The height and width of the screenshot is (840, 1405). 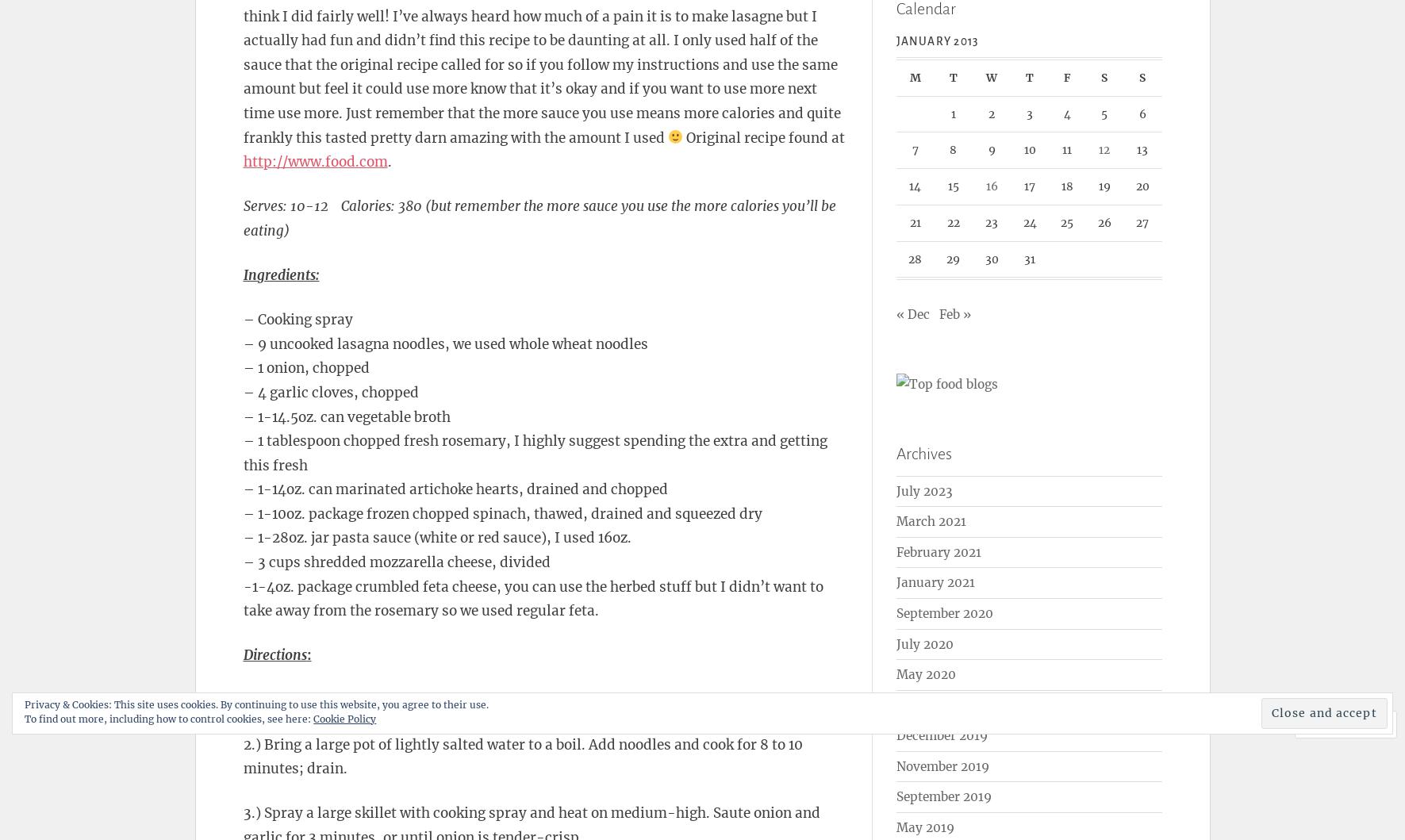 What do you see at coordinates (915, 257) in the screenshot?
I see `'28'` at bounding box center [915, 257].